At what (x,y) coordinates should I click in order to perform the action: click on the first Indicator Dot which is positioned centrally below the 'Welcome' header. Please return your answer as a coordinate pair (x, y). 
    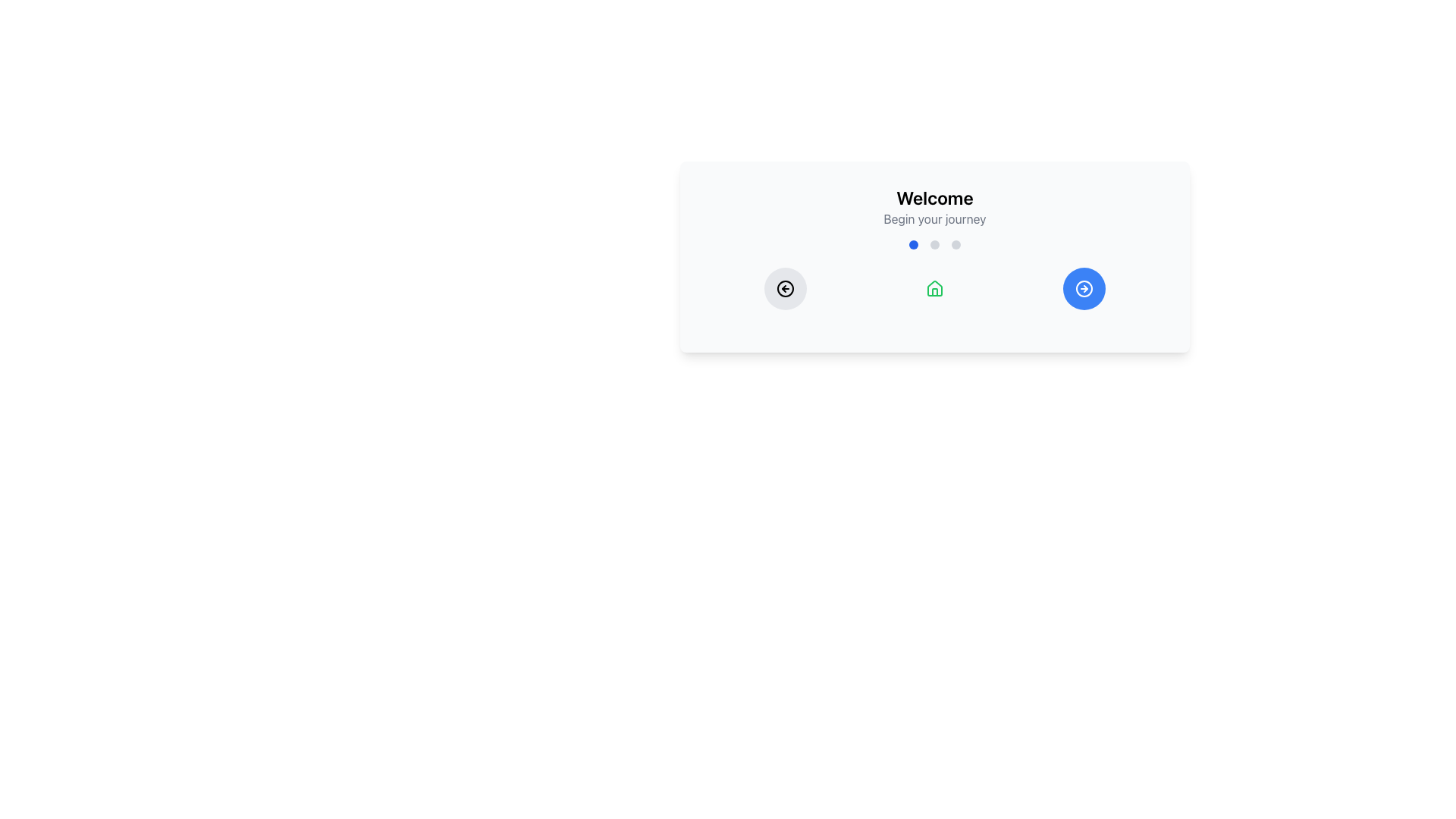
    Looking at the image, I should click on (912, 244).